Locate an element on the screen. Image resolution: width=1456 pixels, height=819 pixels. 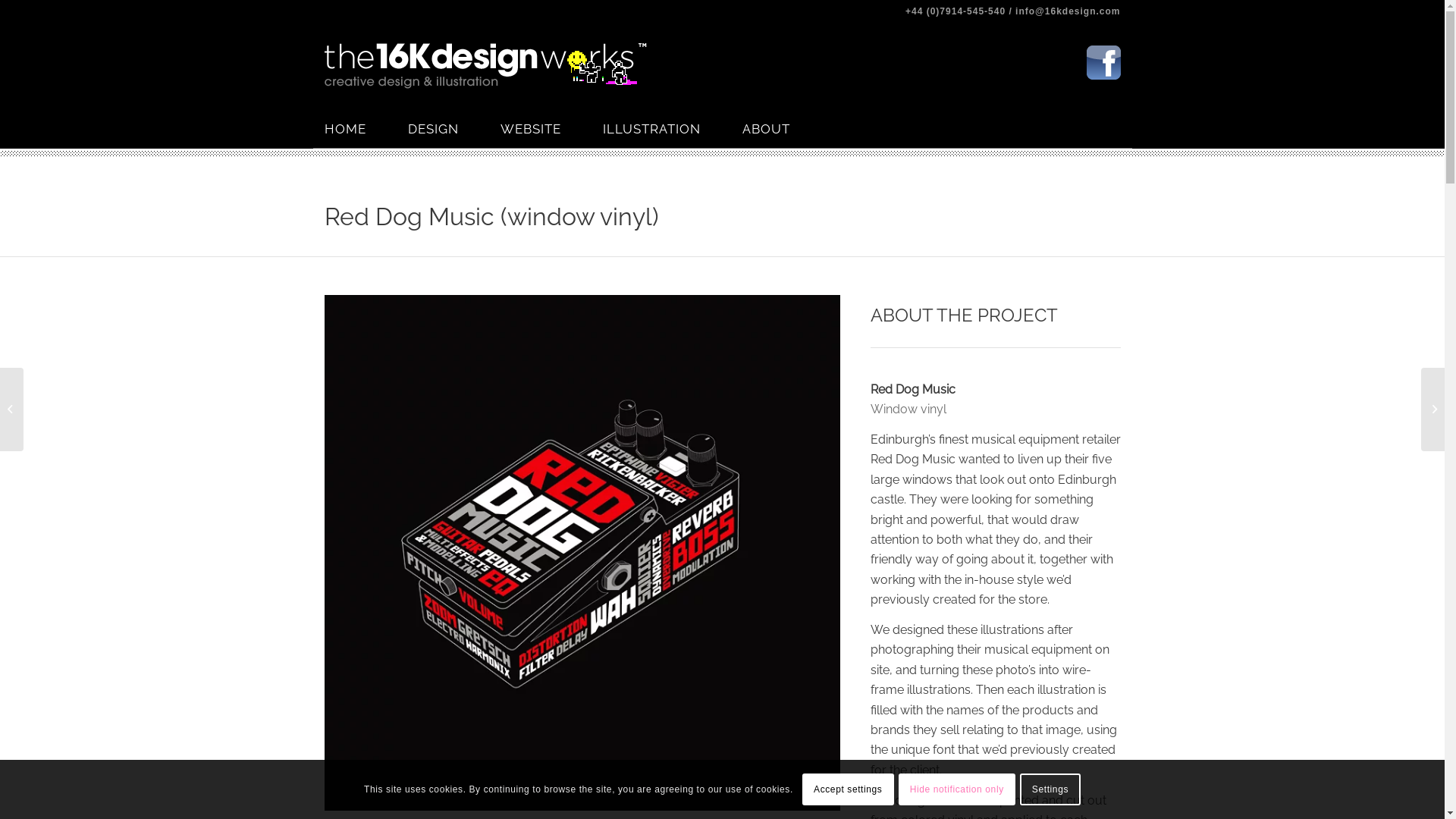
'DESIGN' is located at coordinates (453, 127).